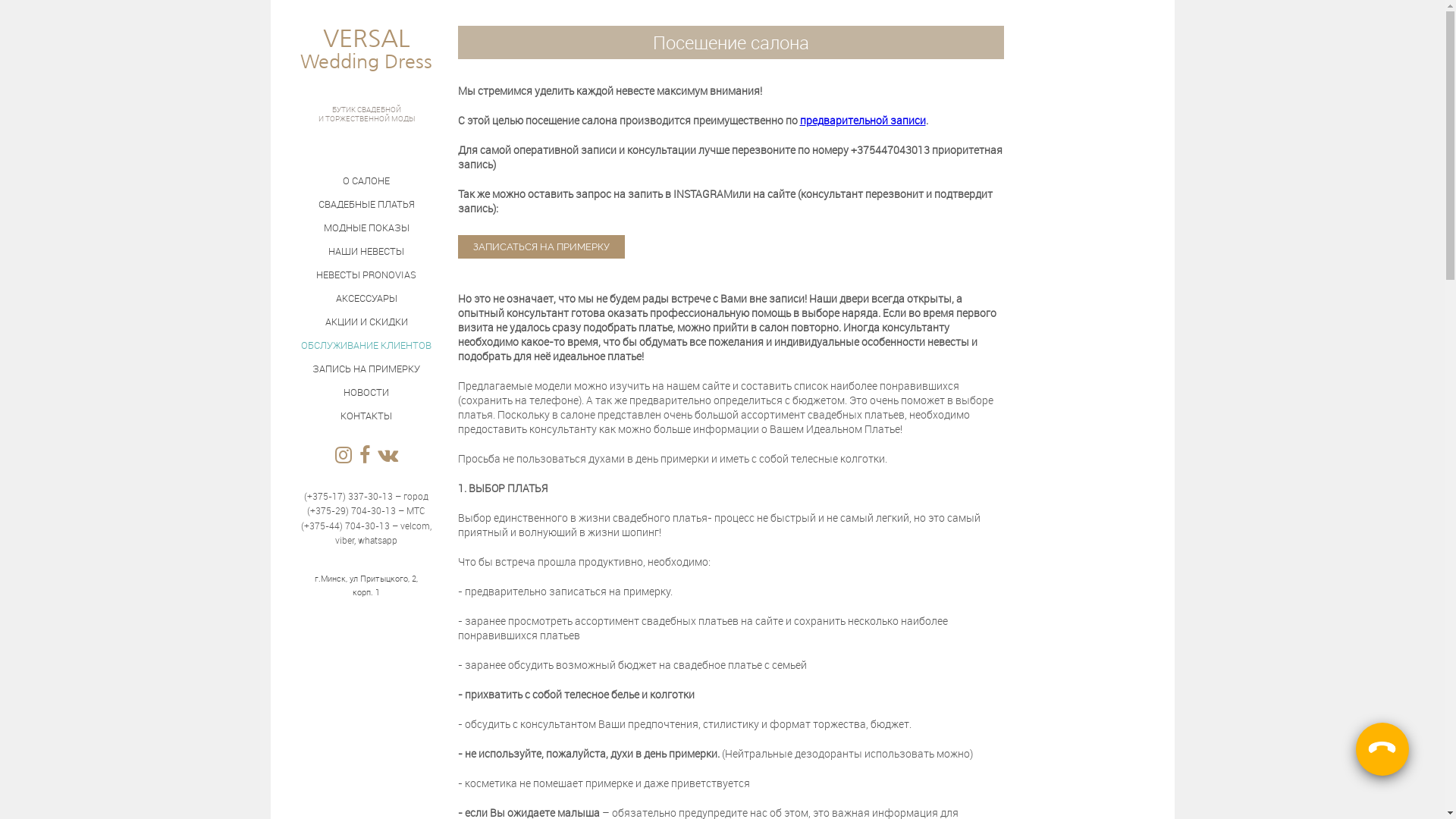  What do you see at coordinates (366, 63) in the screenshot?
I see `'VERSAL` at bounding box center [366, 63].